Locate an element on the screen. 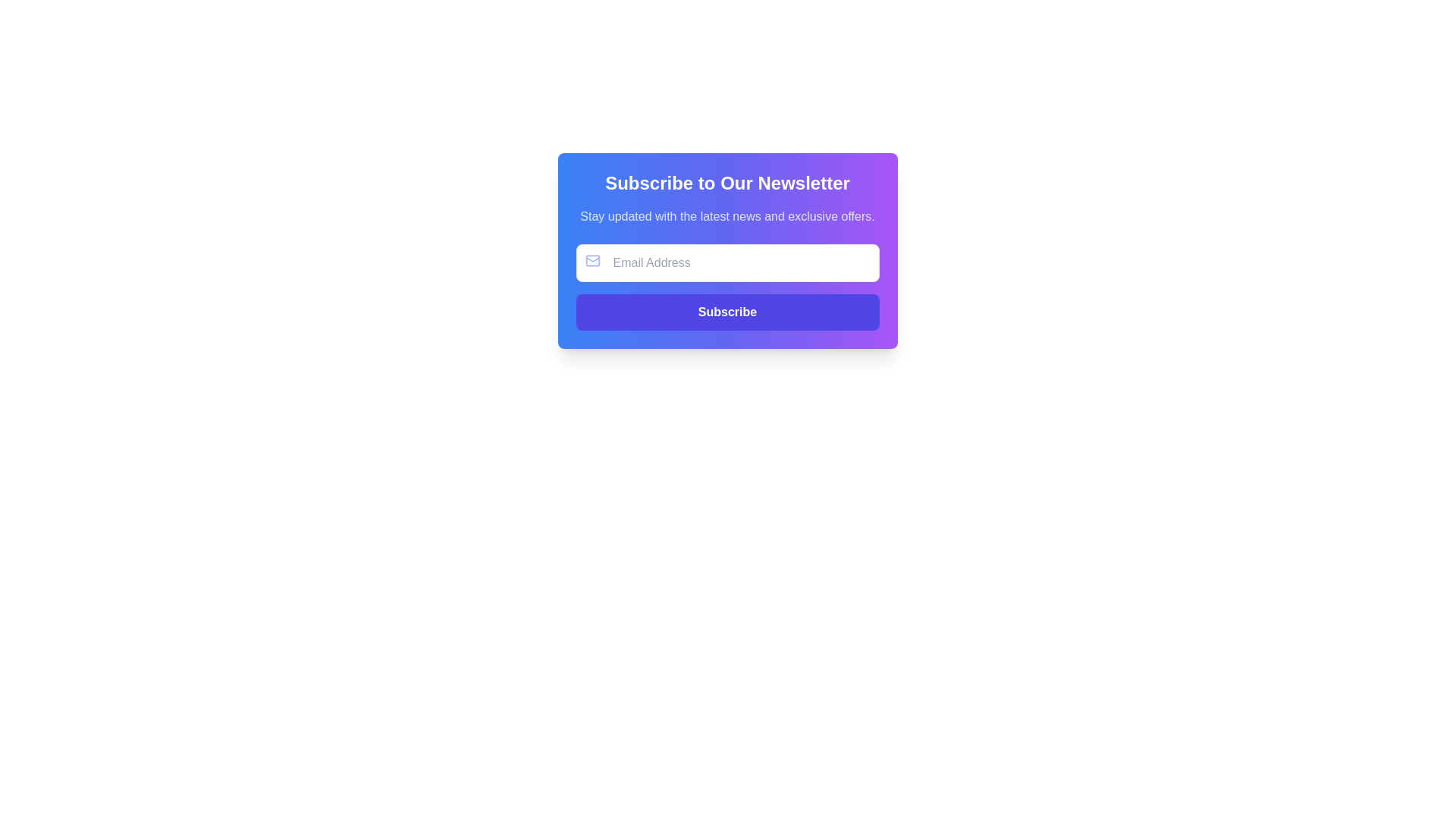 Image resolution: width=1456 pixels, height=819 pixels. the 'Subscribe to Our Newsletter' text header, which is a bold white font centered at the top of a colorful card with a blue to purple gradient background is located at coordinates (726, 183).